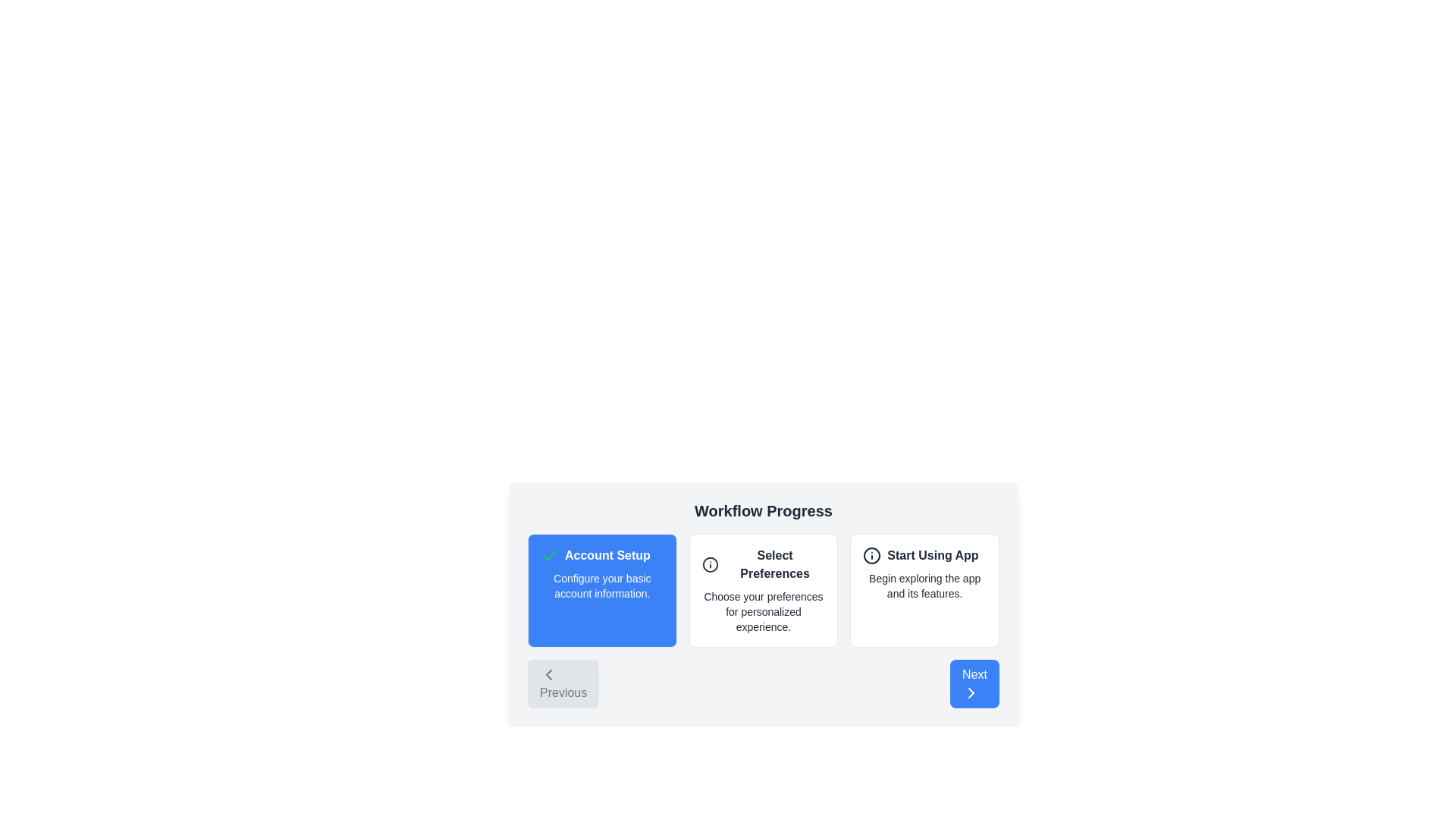 Image resolution: width=1456 pixels, height=819 pixels. I want to click on the navigation bar buttons, so click(764, 684).